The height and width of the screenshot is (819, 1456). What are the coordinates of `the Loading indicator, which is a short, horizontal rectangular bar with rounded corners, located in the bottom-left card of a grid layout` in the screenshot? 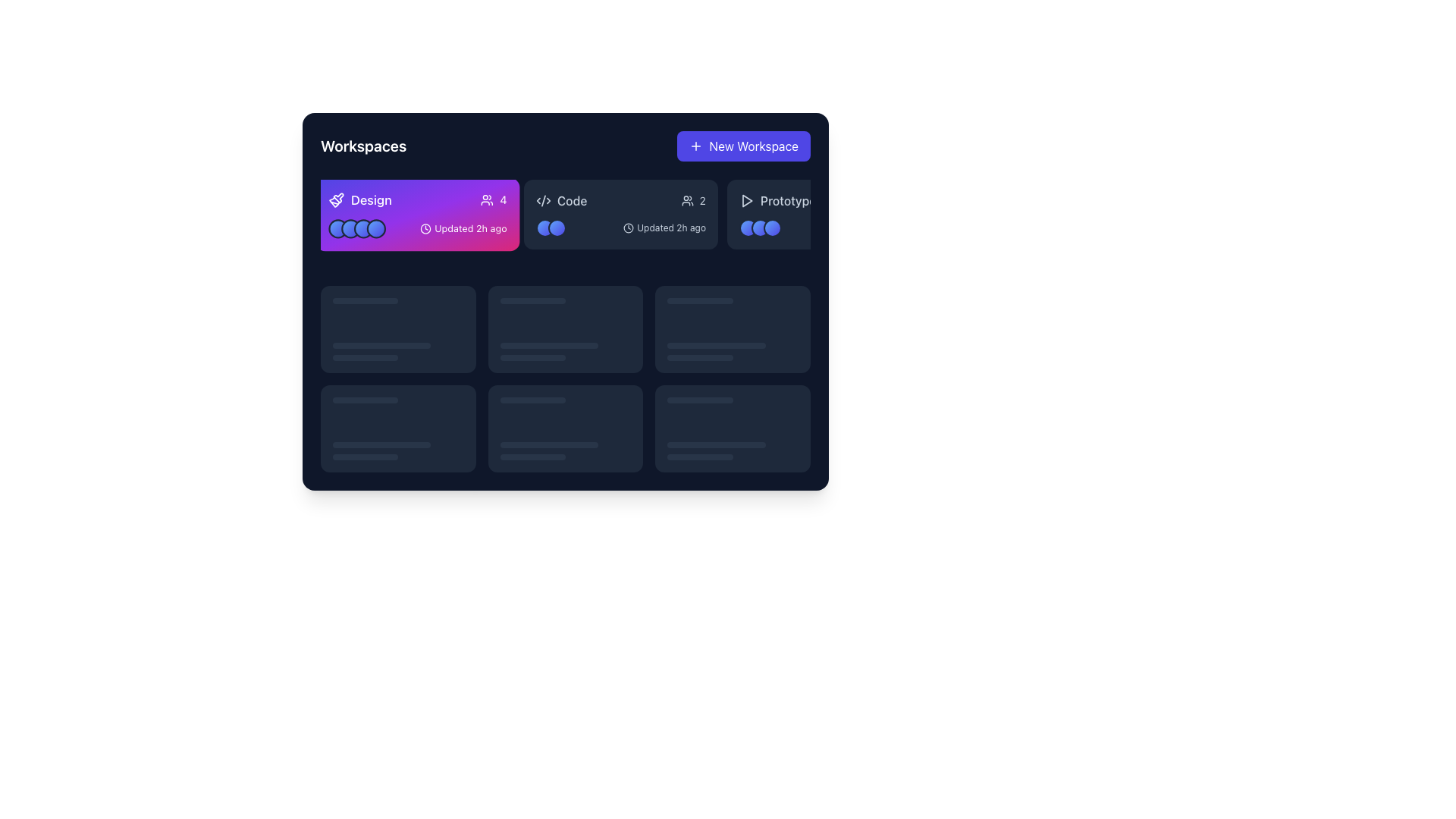 It's located at (381, 444).